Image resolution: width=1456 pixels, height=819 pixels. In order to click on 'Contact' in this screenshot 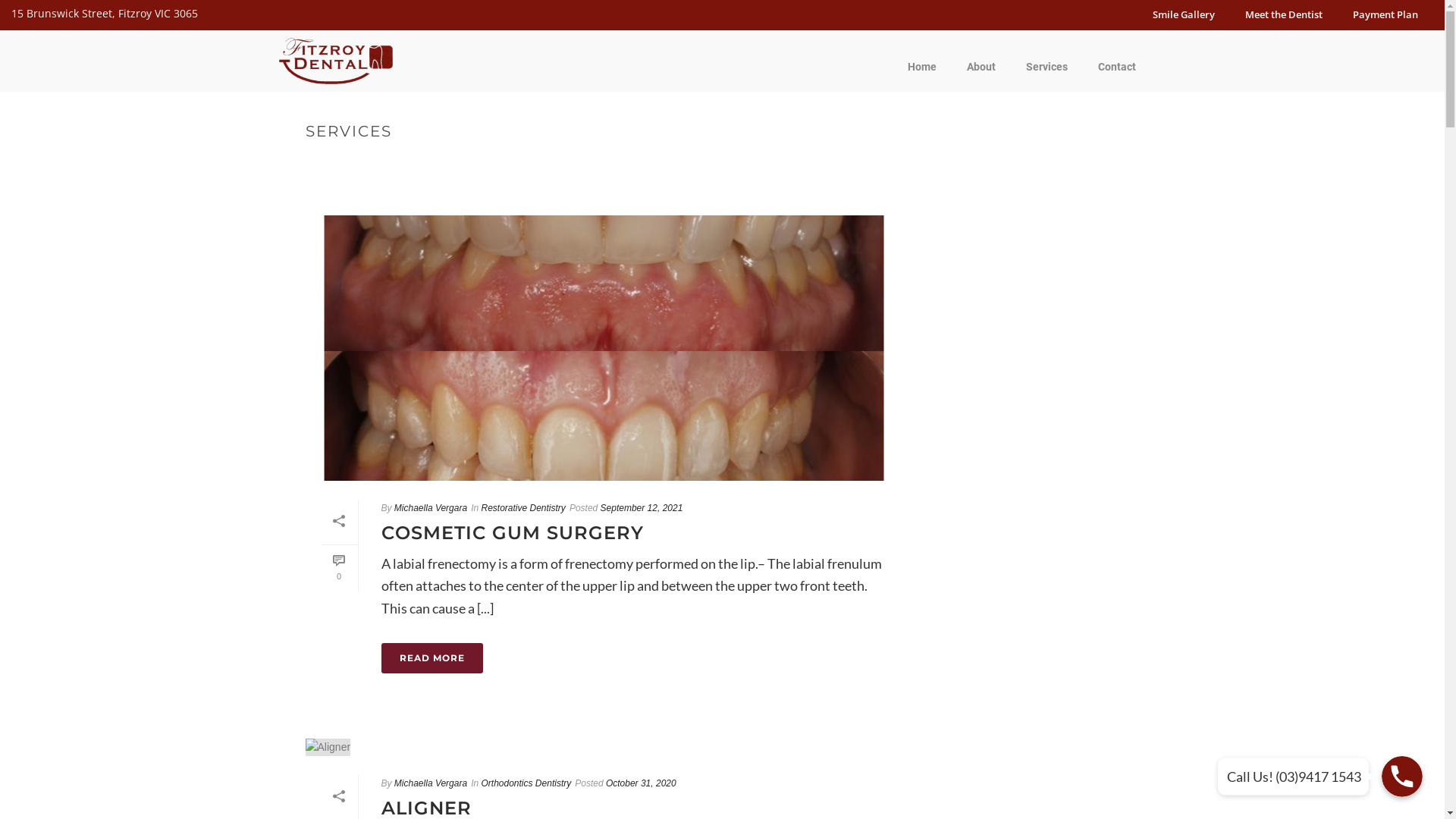, I will do `click(1117, 66)`.